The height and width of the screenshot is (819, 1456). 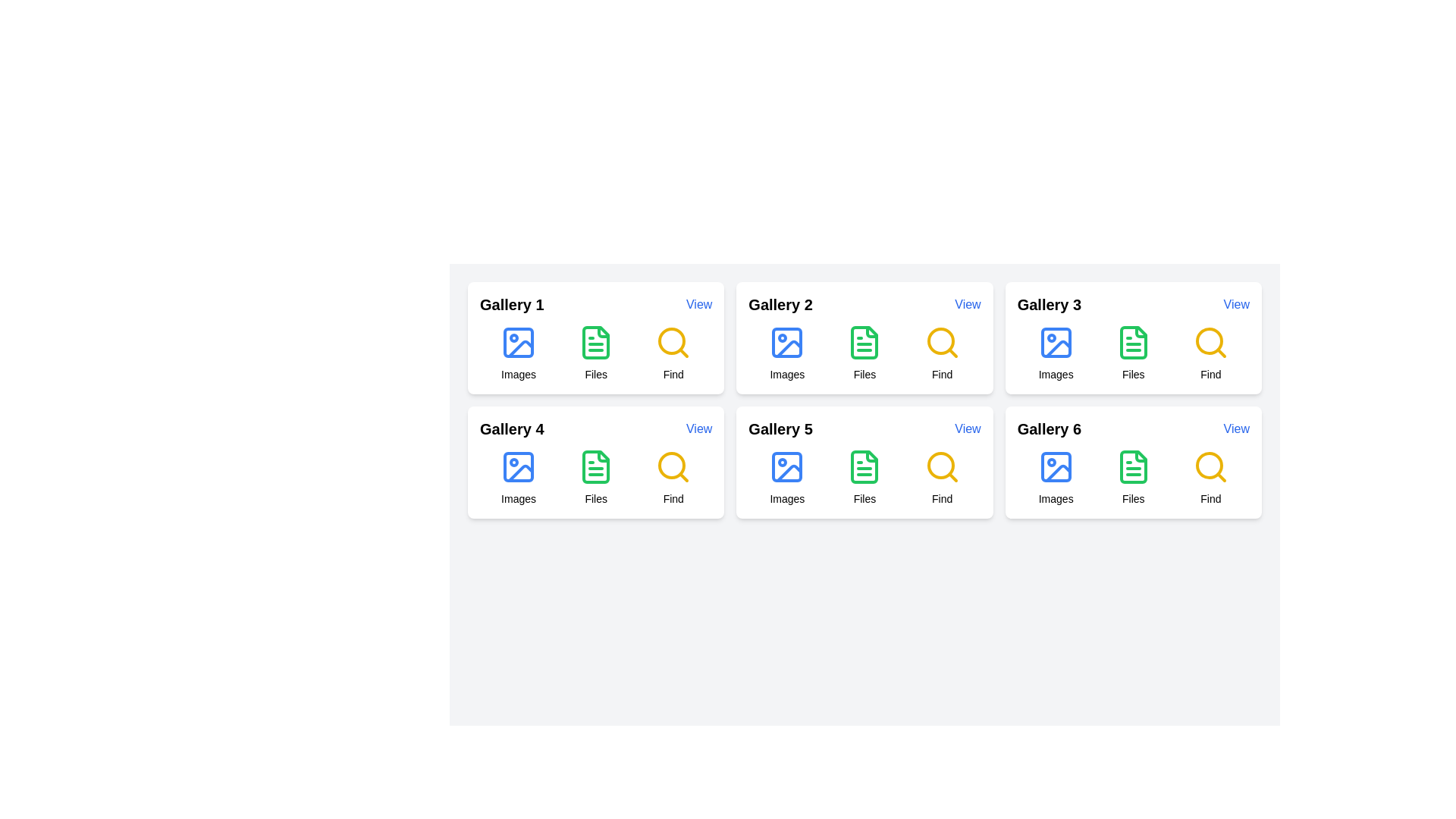 I want to click on the green file icon with the text 'Files' beneath it, which is the second item, so click(x=864, y=476).